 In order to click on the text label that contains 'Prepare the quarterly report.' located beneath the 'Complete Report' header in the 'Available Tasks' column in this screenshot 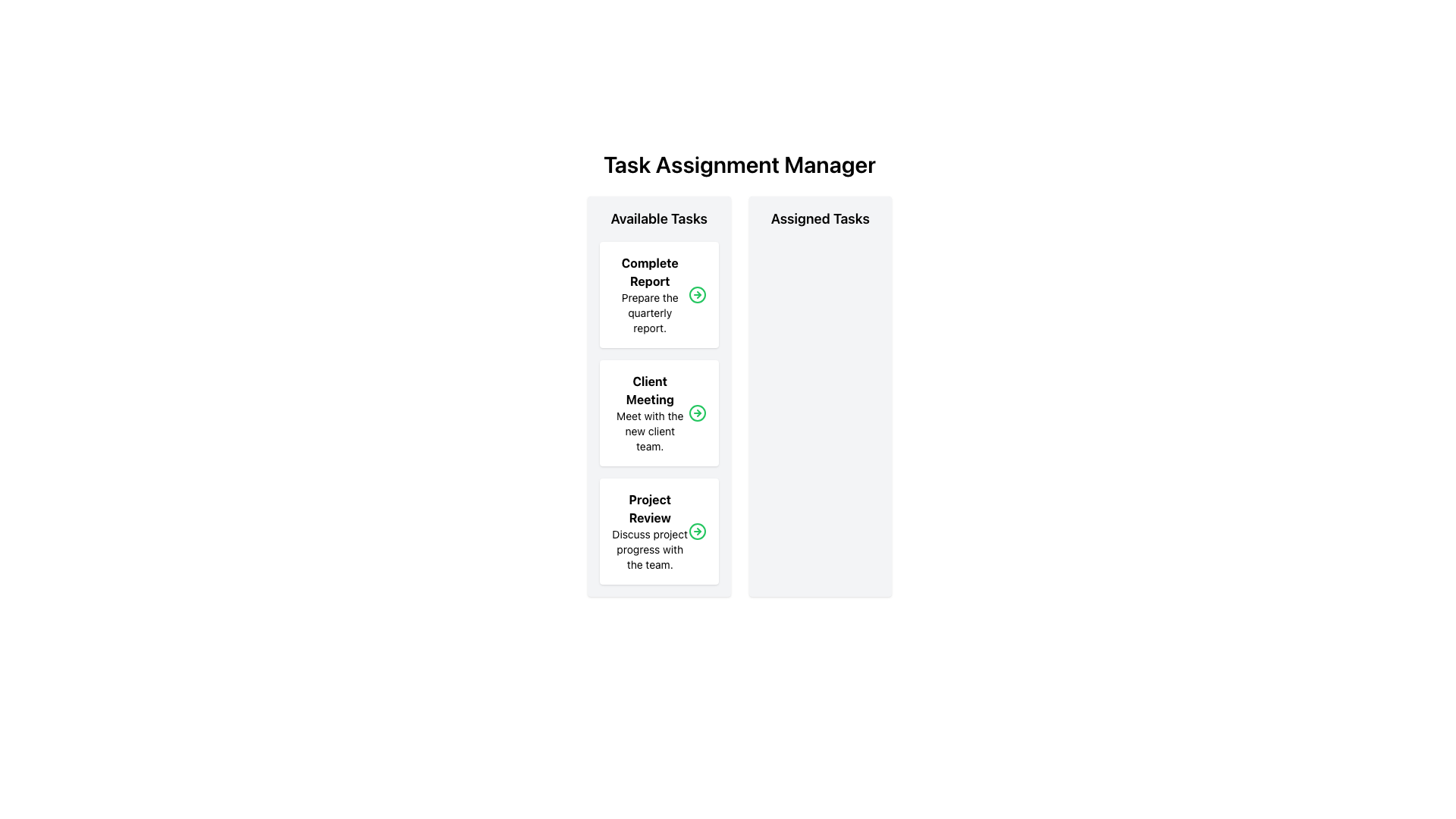, I will do `click(650, 312)`.